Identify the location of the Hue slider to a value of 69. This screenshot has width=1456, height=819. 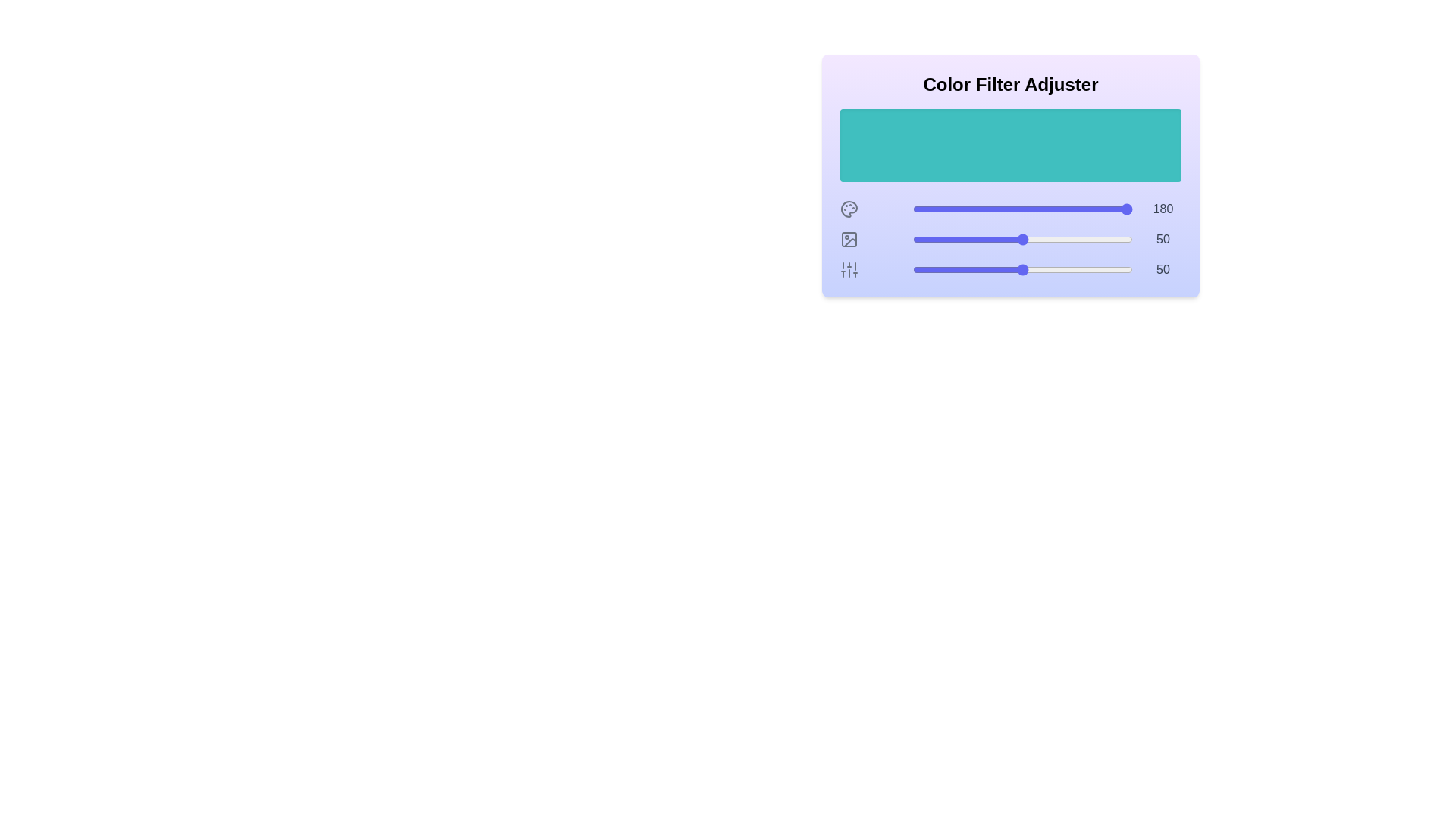
(1064, 209).